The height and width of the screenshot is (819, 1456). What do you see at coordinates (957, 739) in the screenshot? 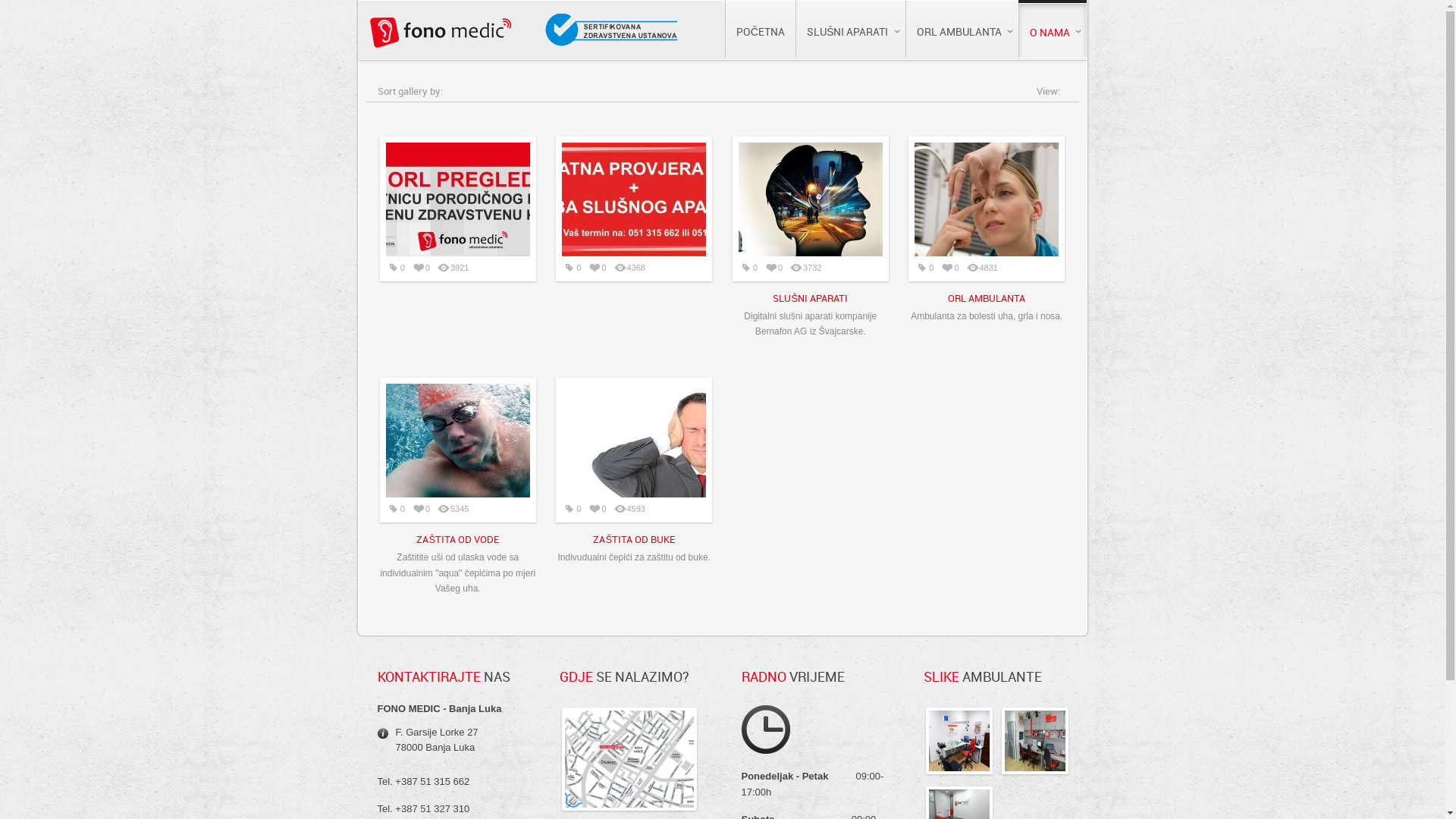
I see `' :: ORL ordinacija'` at bounding box center [957, 739].